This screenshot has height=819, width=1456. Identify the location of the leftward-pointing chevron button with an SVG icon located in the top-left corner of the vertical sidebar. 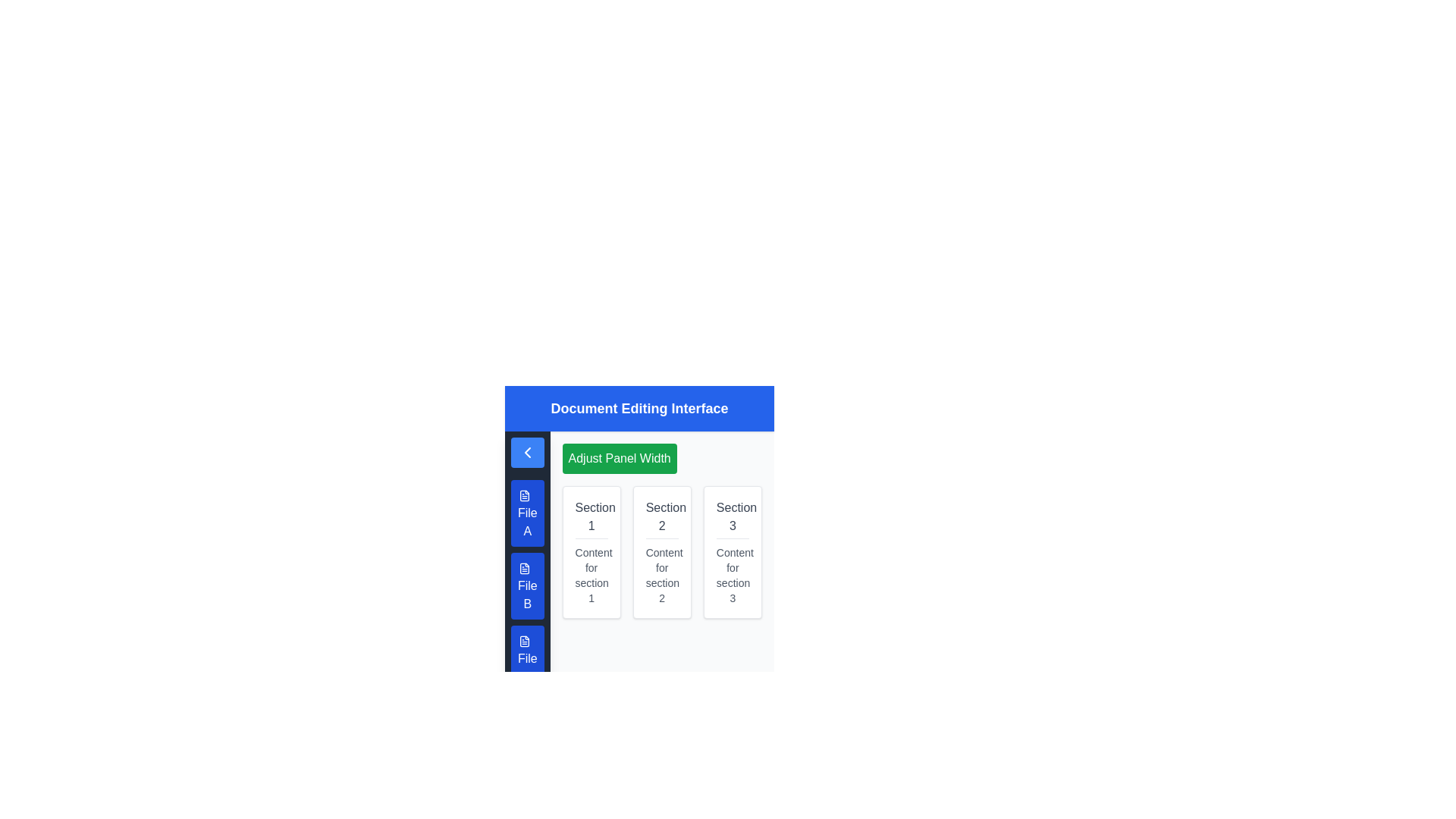
(527, 452).